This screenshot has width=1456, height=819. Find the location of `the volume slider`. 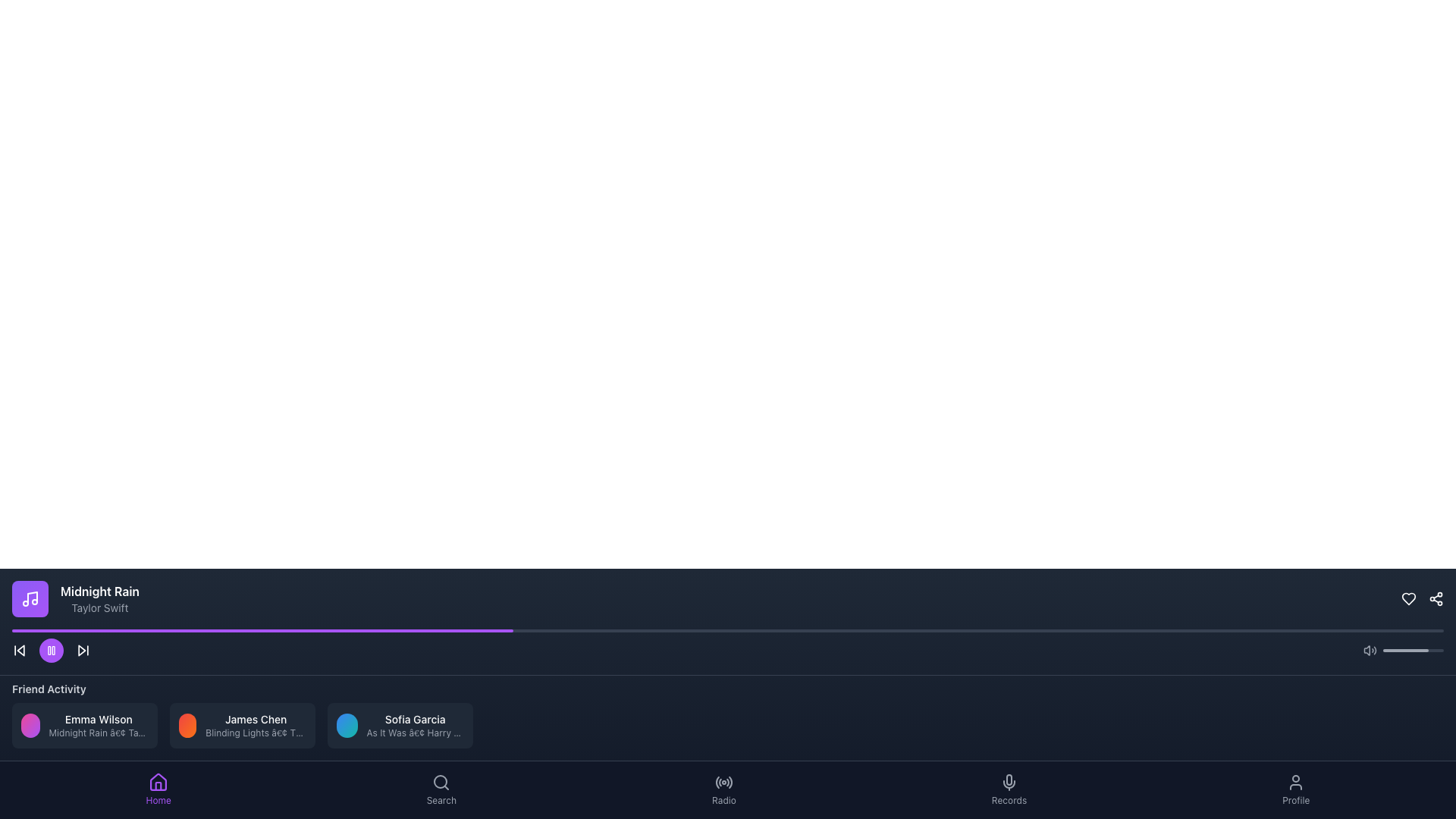

the volume slider is located at coordinates (1410, 649).